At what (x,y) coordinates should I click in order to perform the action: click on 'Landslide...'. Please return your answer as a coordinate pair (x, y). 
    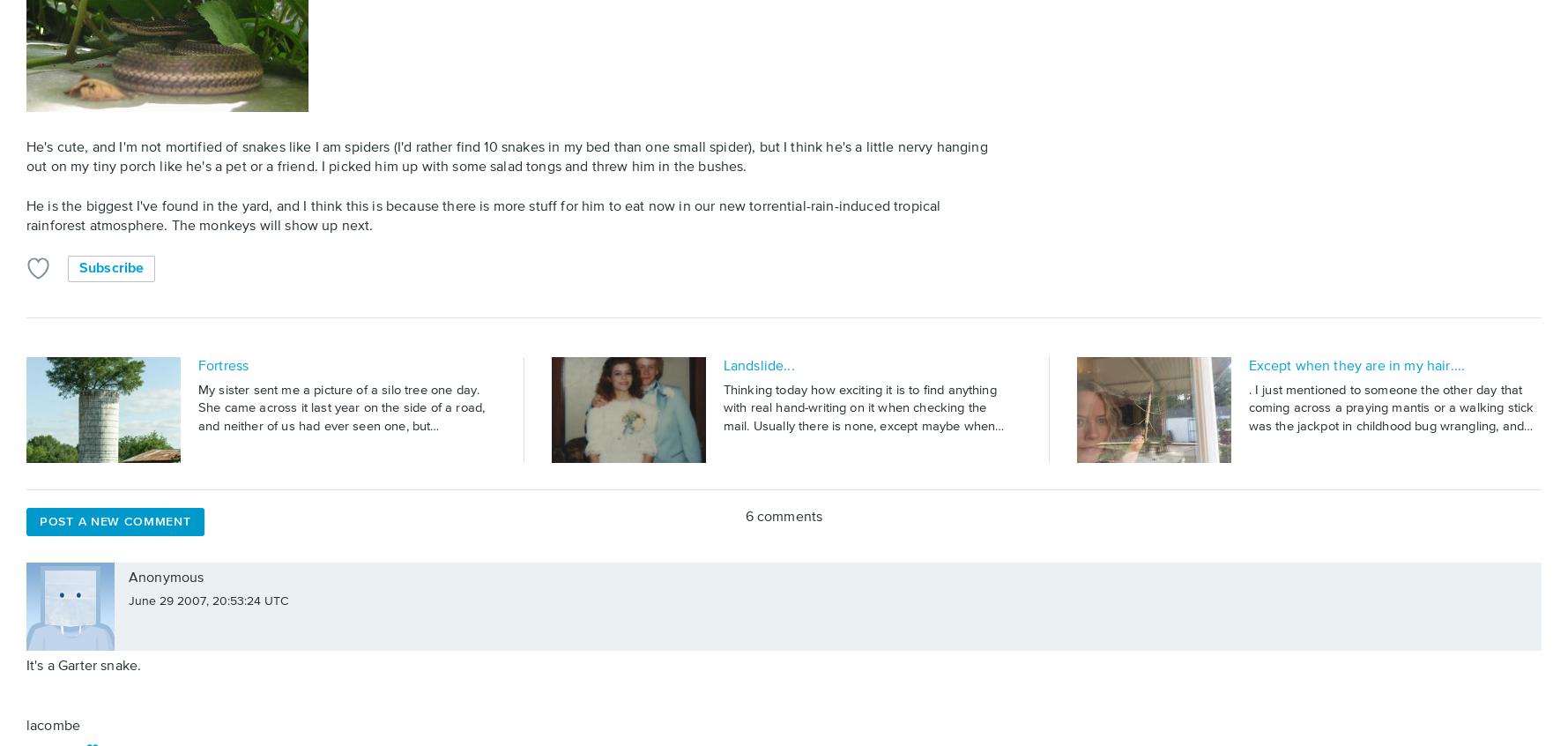
    Looking at the image, I should click on (758, 366).